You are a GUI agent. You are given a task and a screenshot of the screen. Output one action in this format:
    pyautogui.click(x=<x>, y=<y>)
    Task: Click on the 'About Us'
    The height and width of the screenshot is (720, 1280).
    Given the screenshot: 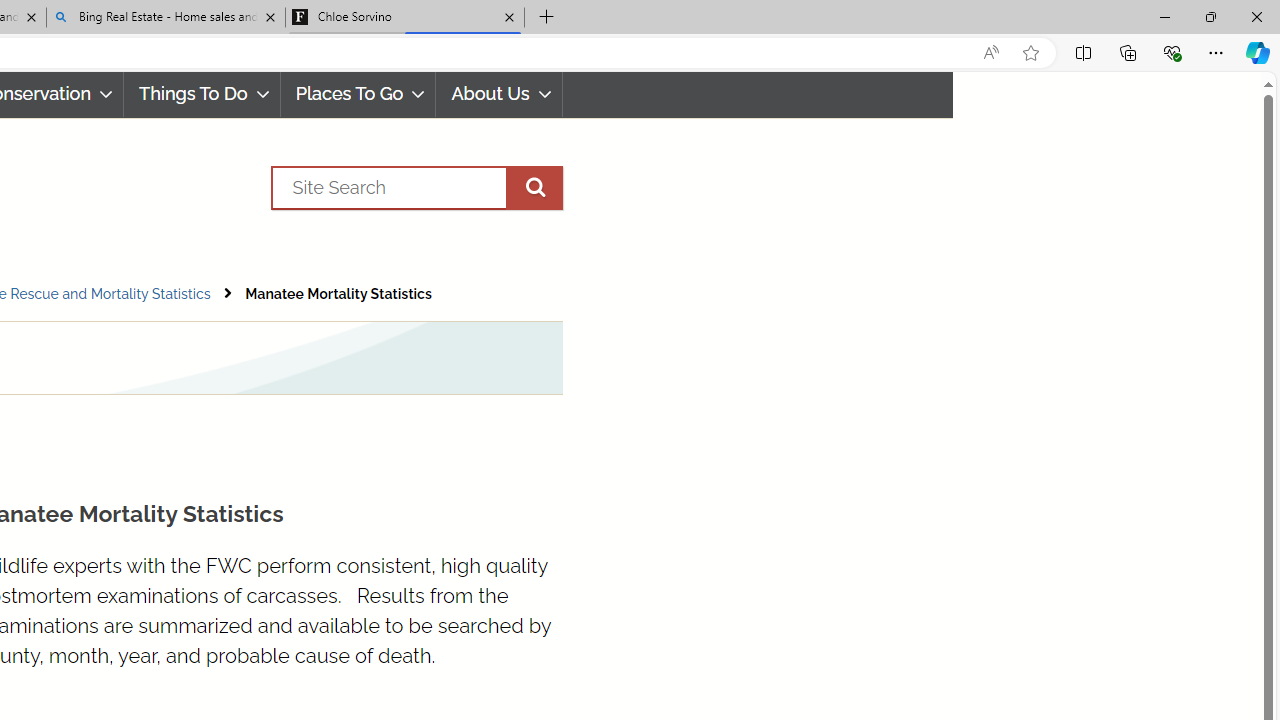 What is the action you would take?
    pyautogui.click(x=499, y=94)
    